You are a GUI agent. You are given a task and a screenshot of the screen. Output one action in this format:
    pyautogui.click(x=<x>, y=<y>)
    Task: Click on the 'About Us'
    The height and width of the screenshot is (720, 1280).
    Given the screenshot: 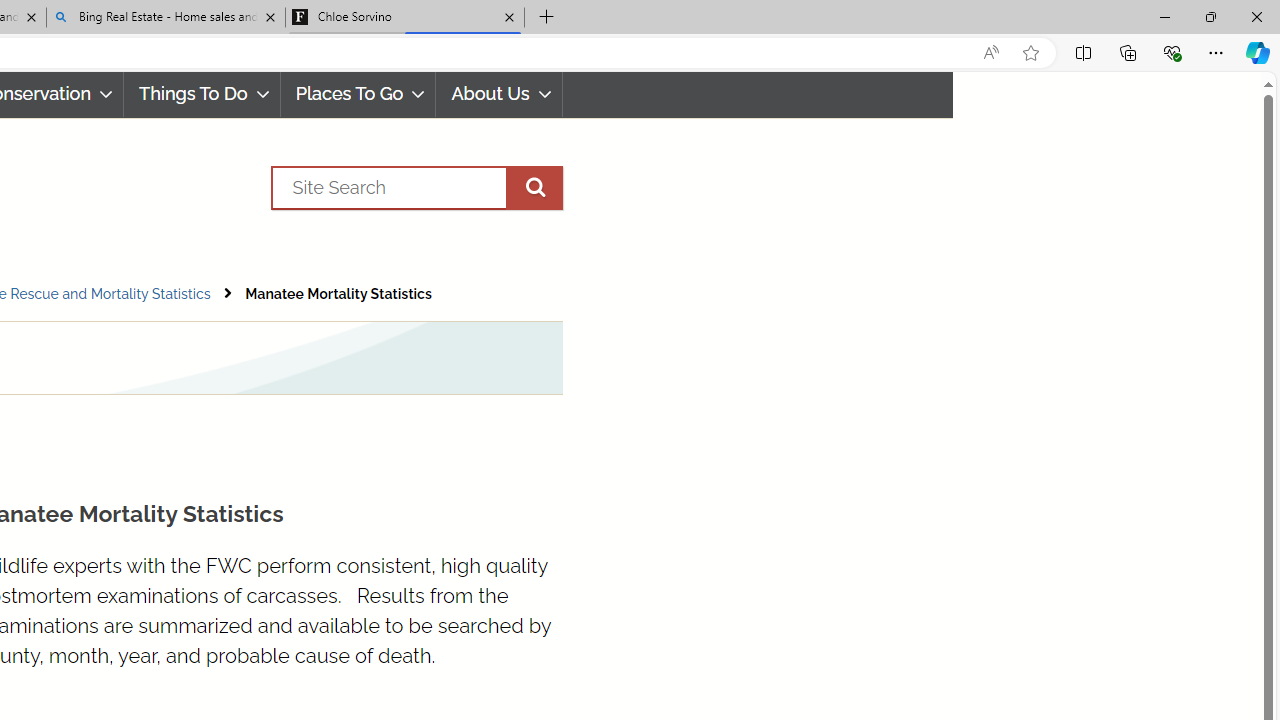 What is the action you would take?
    pyautogui.click(x=499, y=94)
    